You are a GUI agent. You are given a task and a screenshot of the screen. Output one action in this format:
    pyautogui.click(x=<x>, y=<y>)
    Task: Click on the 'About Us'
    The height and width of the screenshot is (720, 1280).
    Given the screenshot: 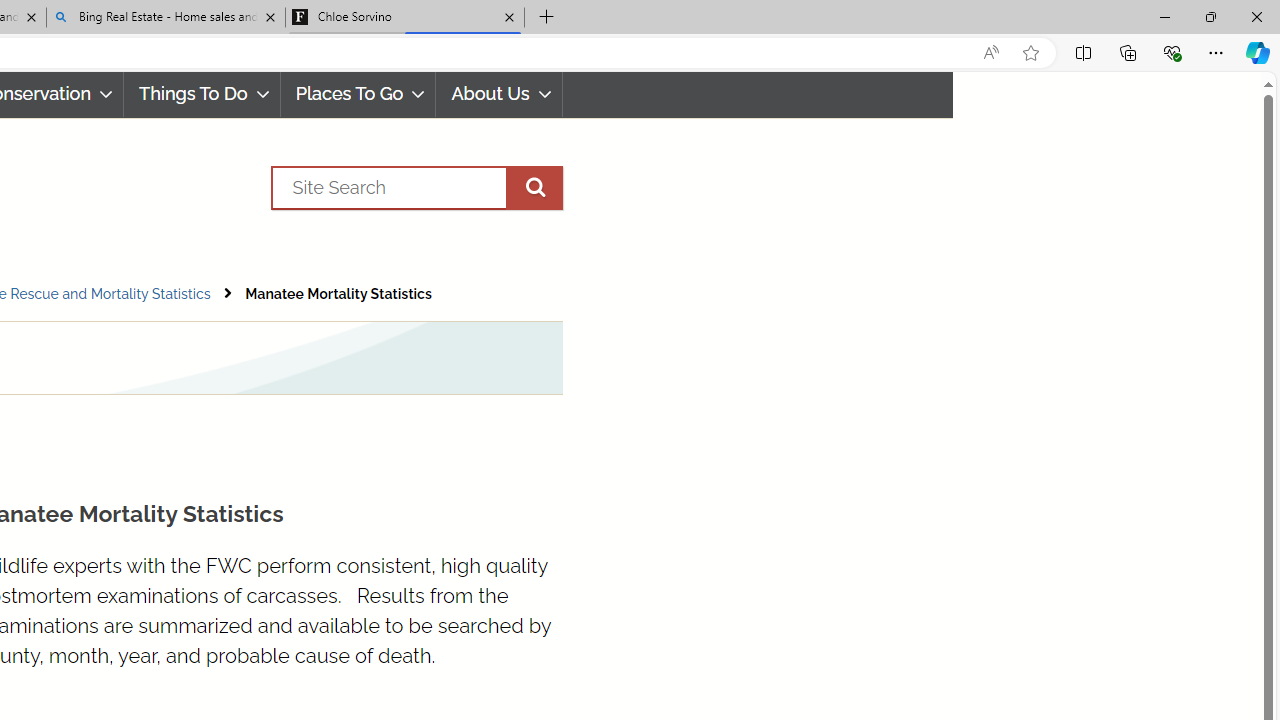 What is the action you would take?
    pyautogui.click(x=499, y=94)
    